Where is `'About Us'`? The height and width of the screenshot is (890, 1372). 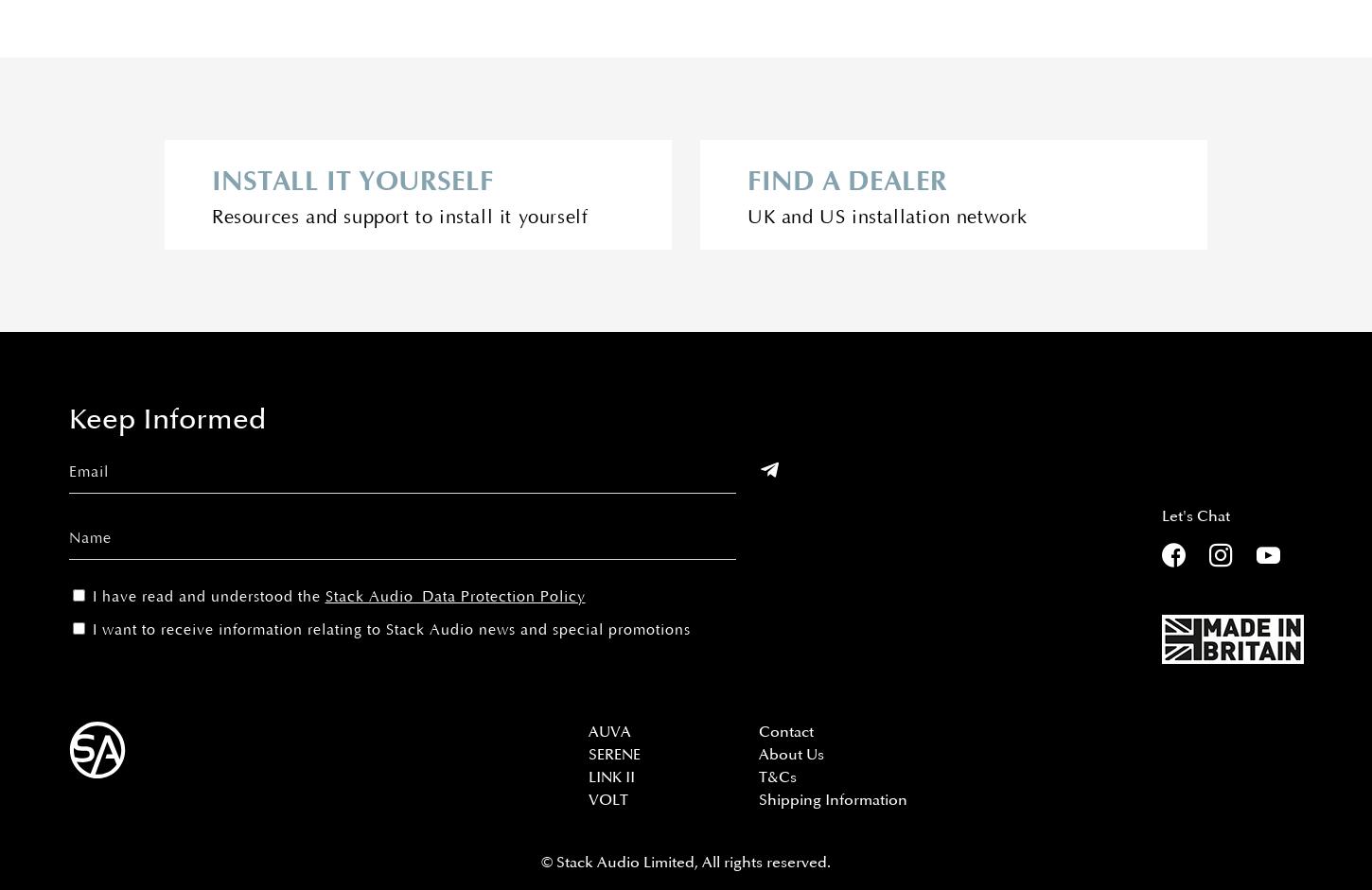 'About Us' is located at coordinates (791, 754).